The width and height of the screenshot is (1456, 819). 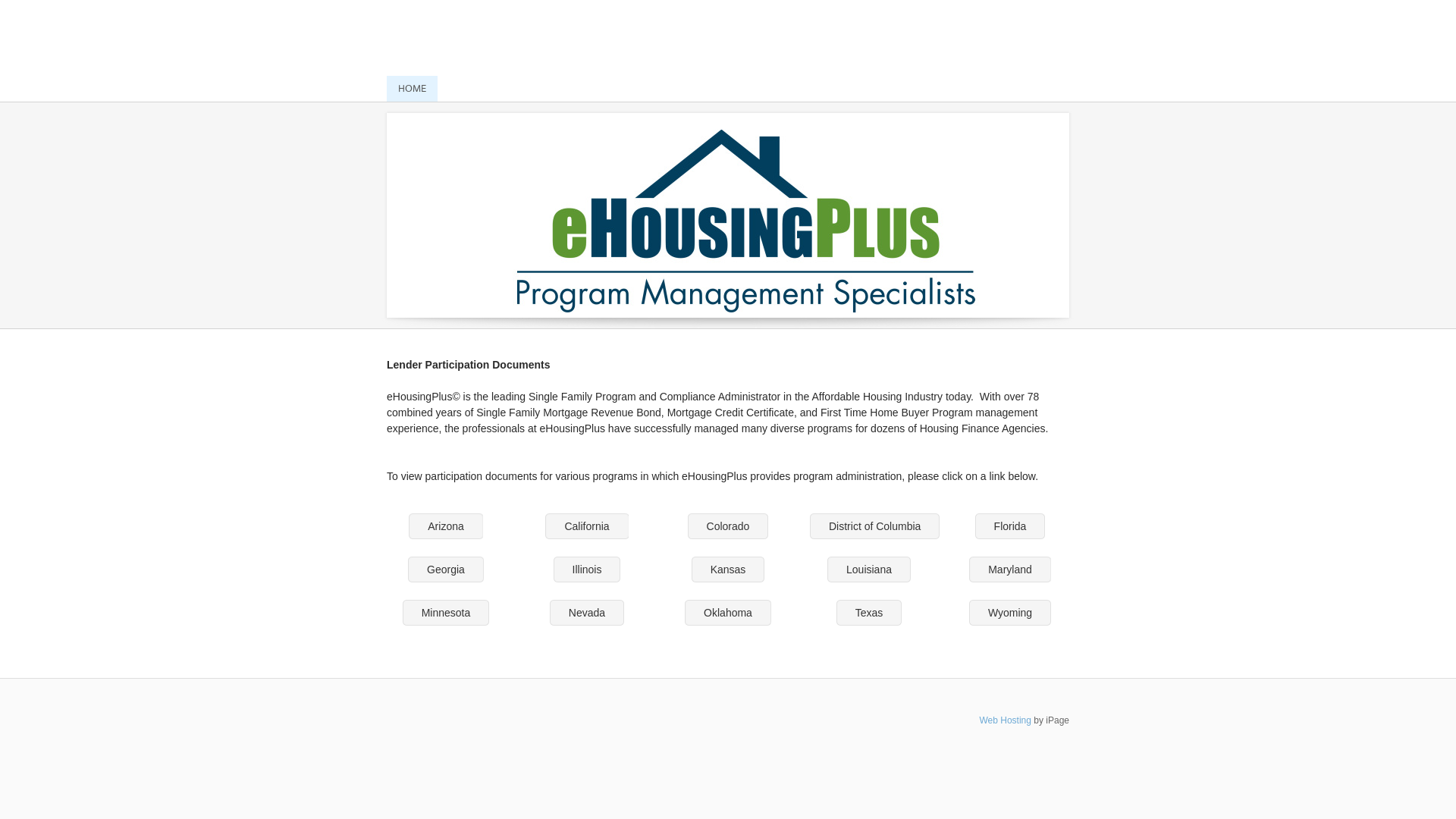 I want to click on 'Oklahoma', so click(x=683, y=611).